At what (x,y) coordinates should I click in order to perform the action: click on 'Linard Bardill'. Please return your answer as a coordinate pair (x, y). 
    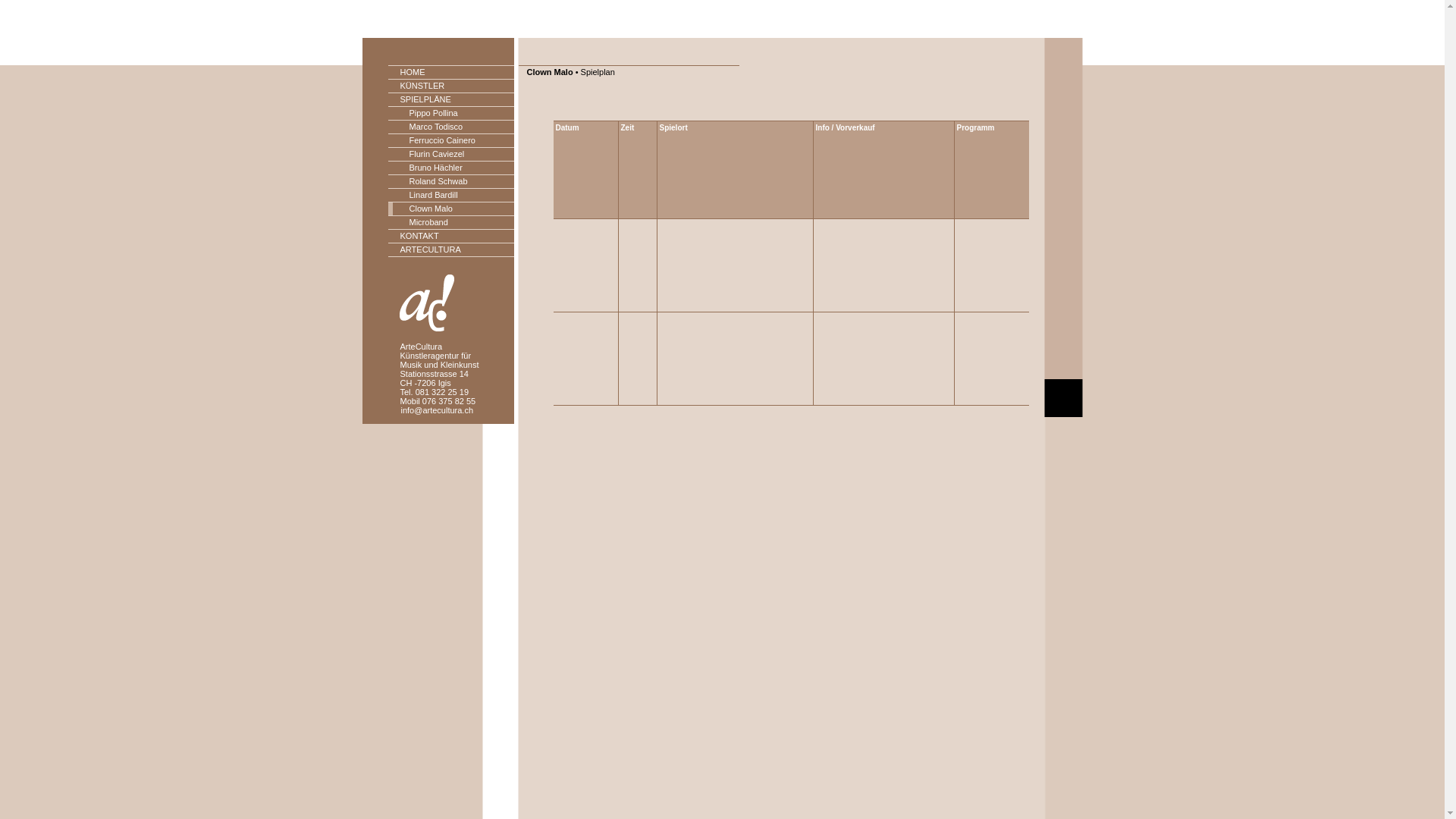
    Looking at the image, I should click on (450, 195).